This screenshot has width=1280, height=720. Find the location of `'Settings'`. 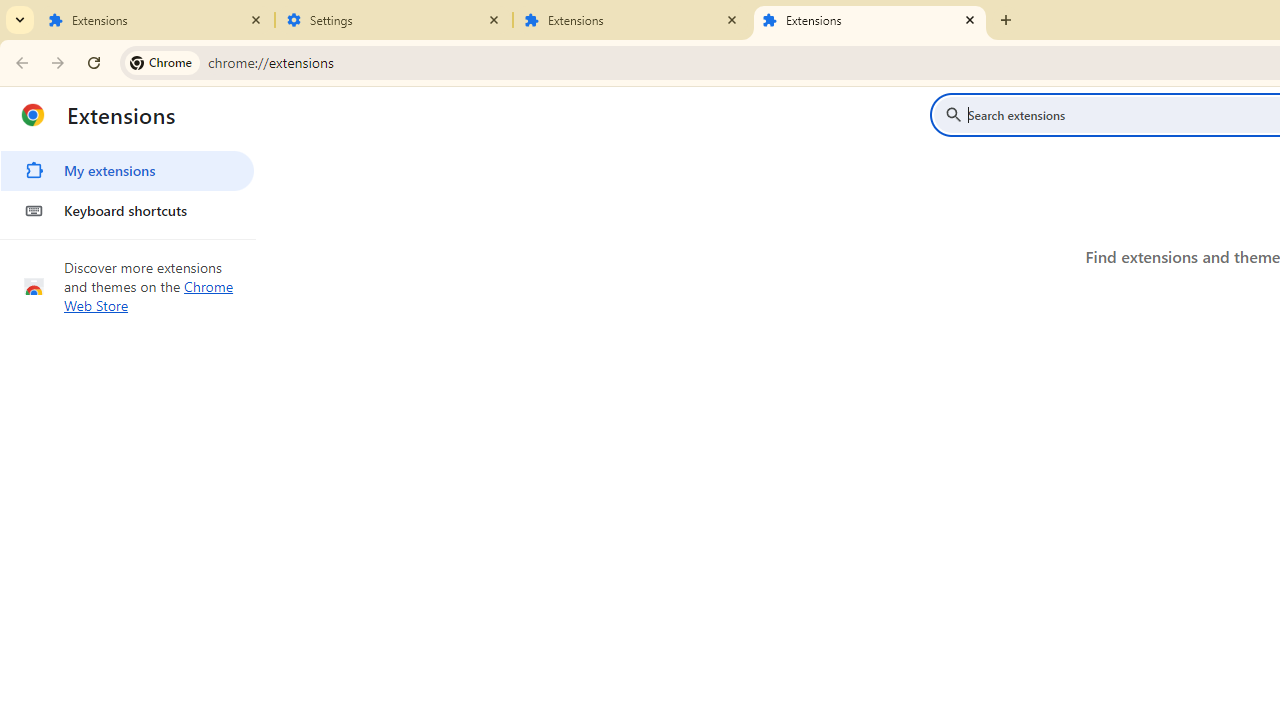

'Settings' is located at coordinates (394, 20).